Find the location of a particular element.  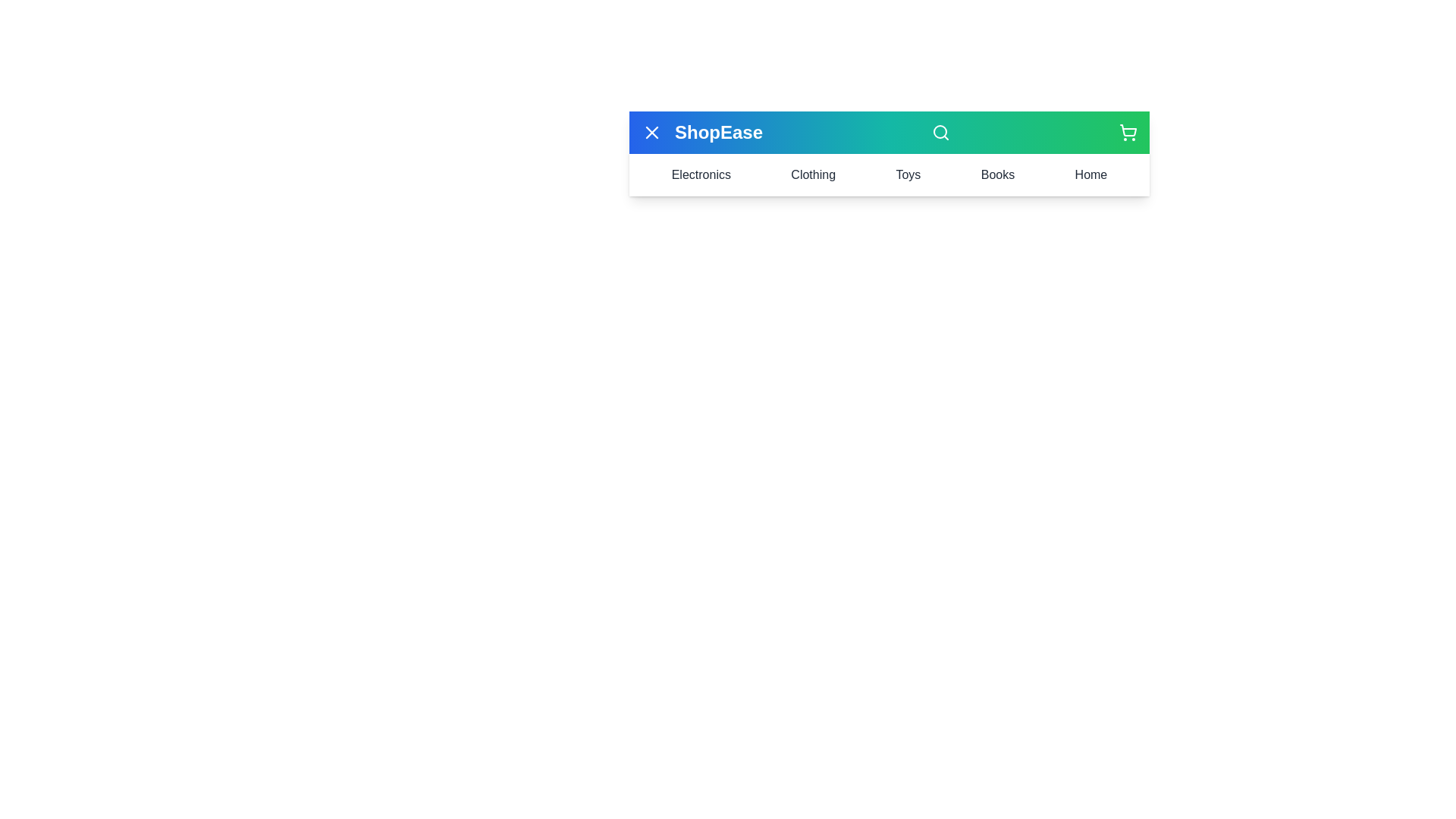

the Home menu item to view its content is located at coordinates (1090, 174).